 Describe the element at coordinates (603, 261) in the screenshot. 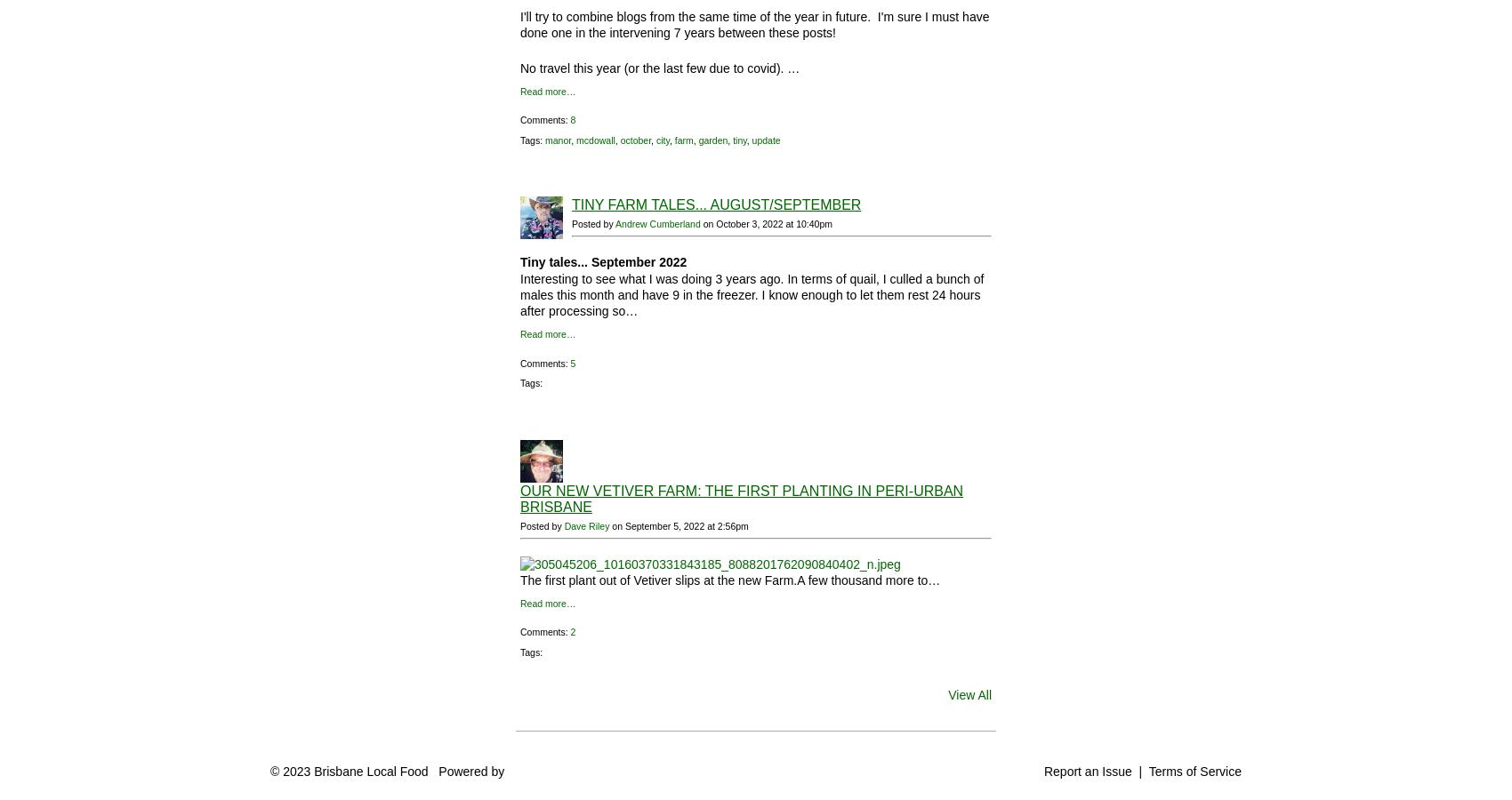

I see `'Tiny tales... September 2022'` at that location.